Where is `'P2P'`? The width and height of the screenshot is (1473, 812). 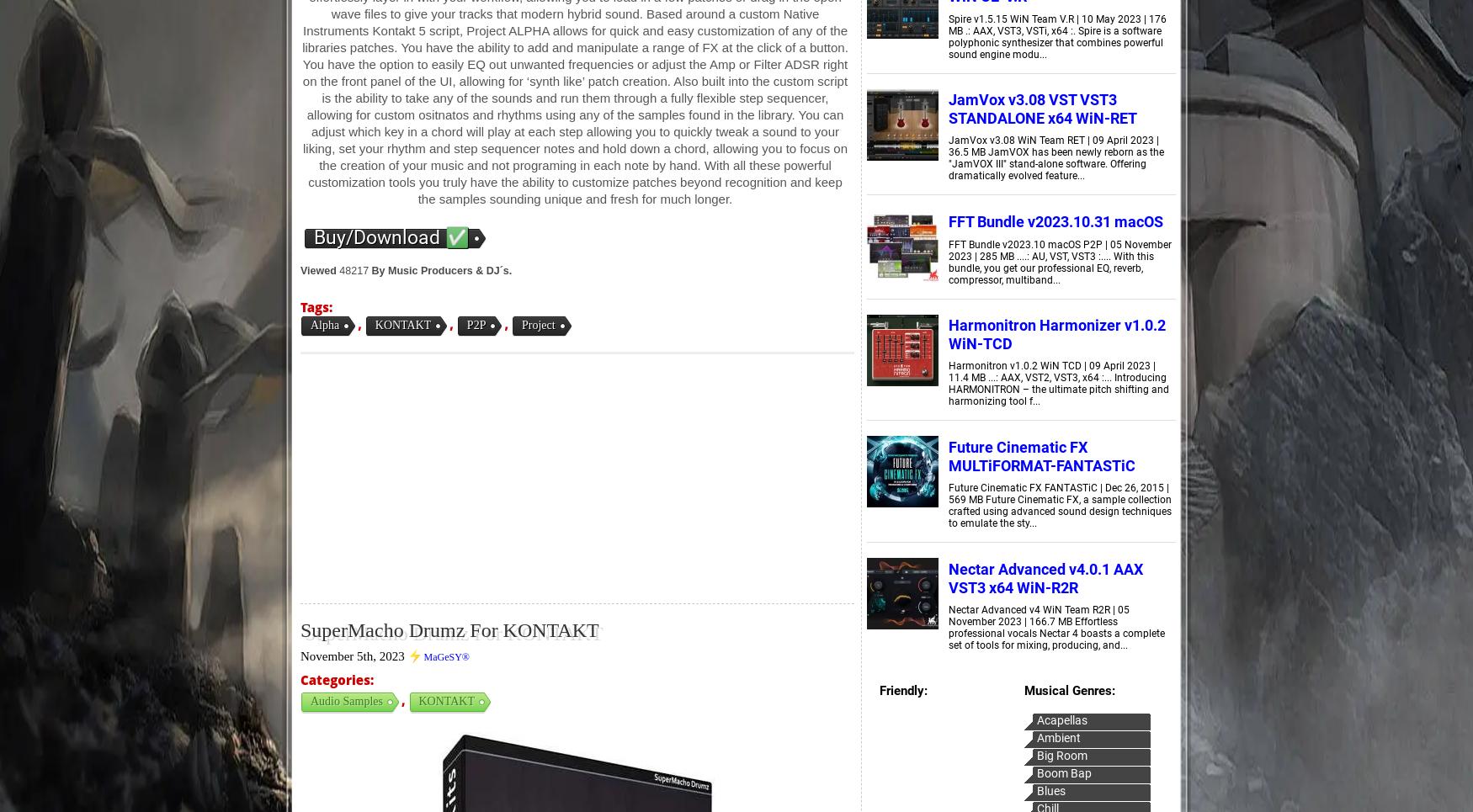
'P2P' is located at coordinates (476, 324).